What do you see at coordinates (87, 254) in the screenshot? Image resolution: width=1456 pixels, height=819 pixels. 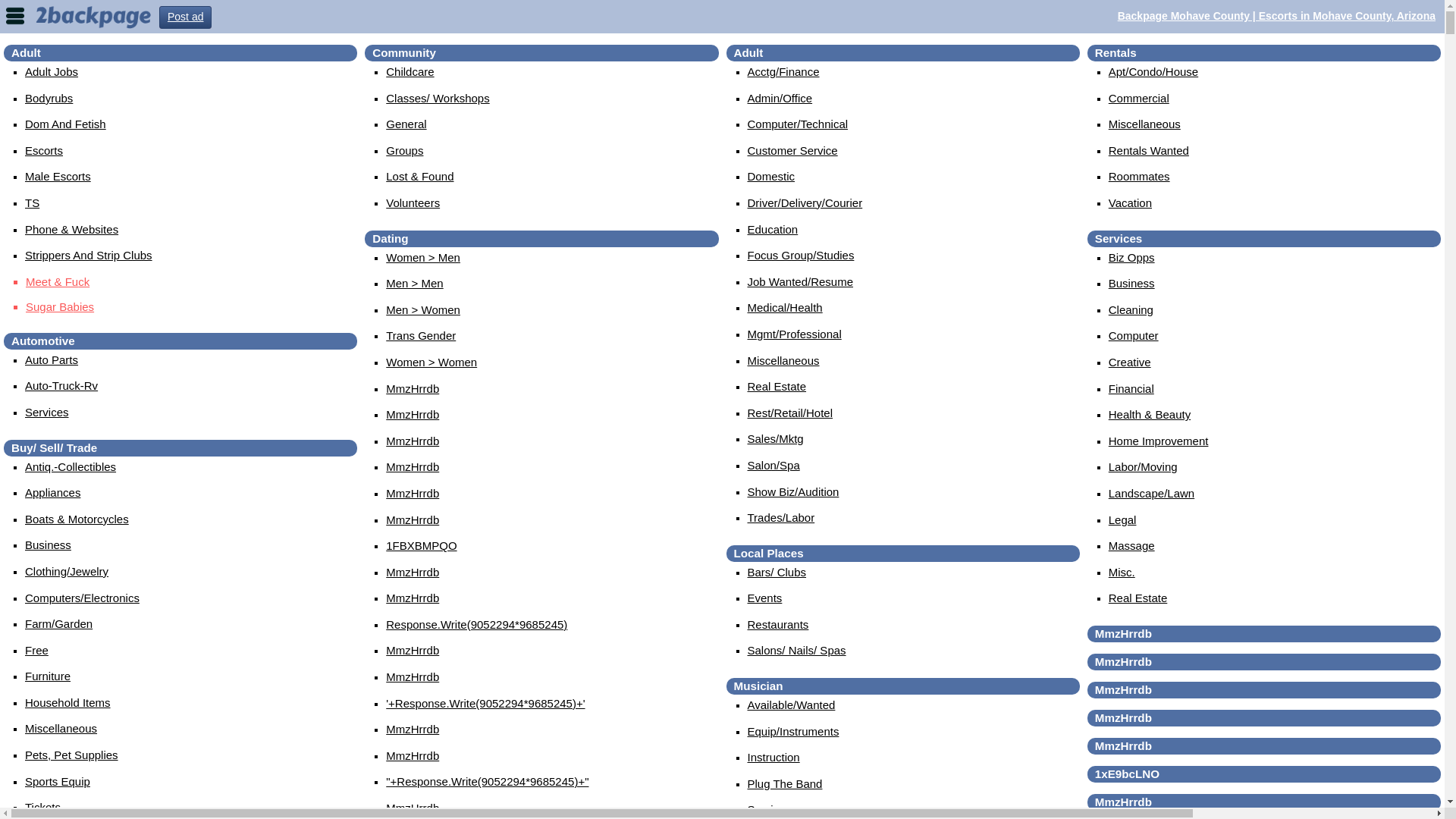 I see `'Strippers And Strip Clubs'` at bounding box center [87, 254].